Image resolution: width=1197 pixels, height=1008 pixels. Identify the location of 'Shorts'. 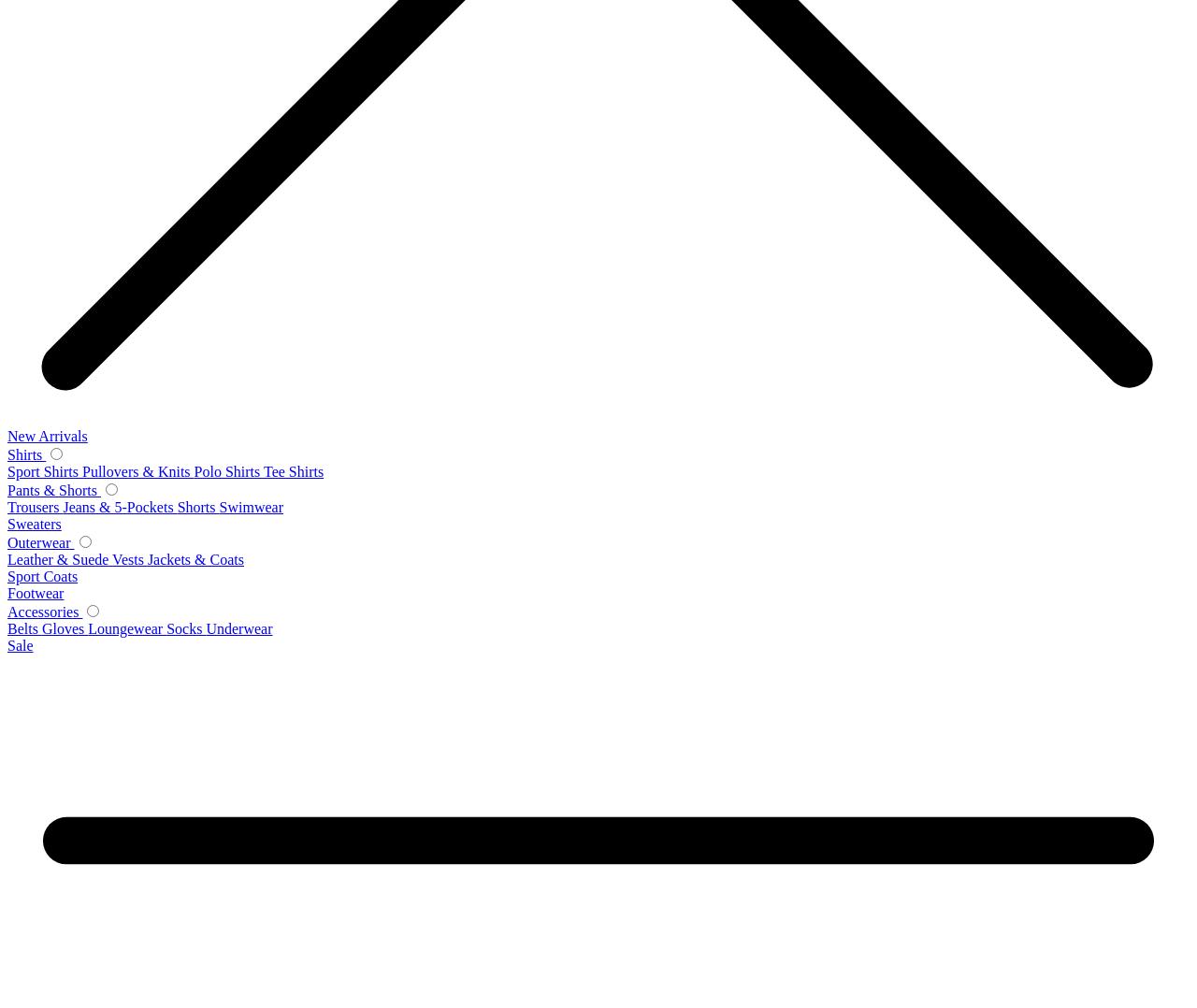
(197, 506).